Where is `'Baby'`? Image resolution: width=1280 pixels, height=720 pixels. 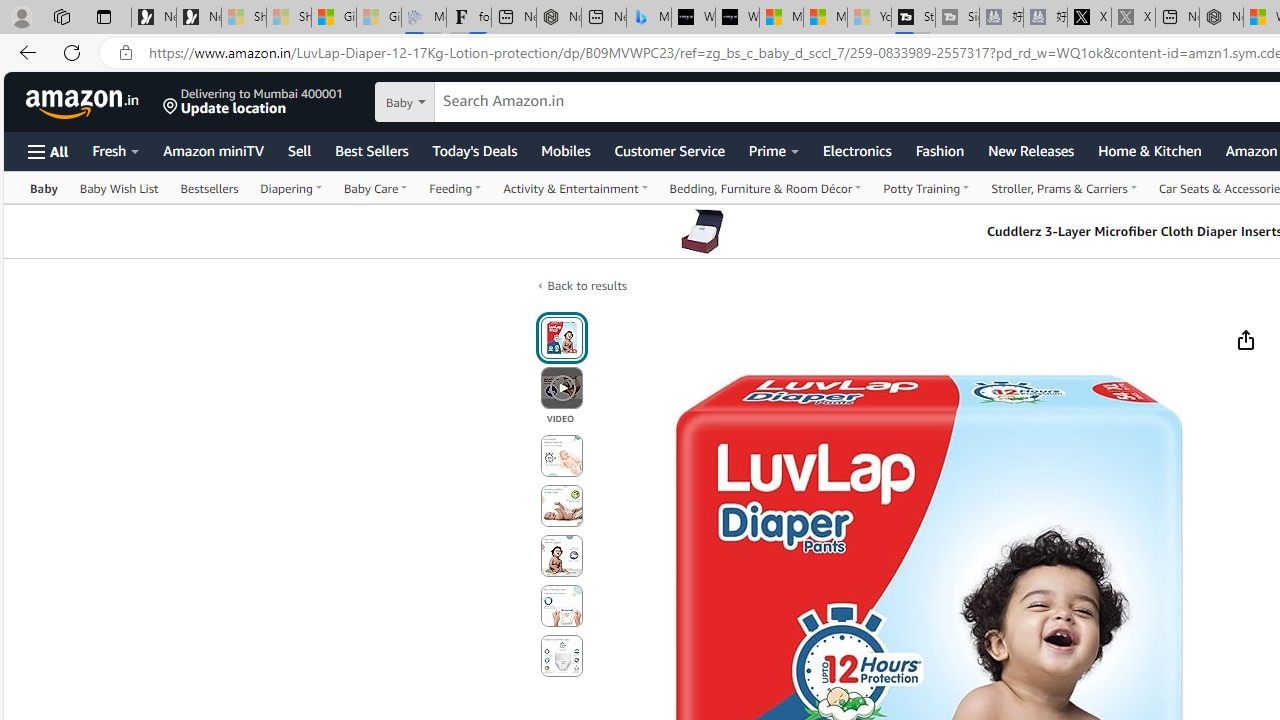 'Baby' is located at coordinates (44, 187).